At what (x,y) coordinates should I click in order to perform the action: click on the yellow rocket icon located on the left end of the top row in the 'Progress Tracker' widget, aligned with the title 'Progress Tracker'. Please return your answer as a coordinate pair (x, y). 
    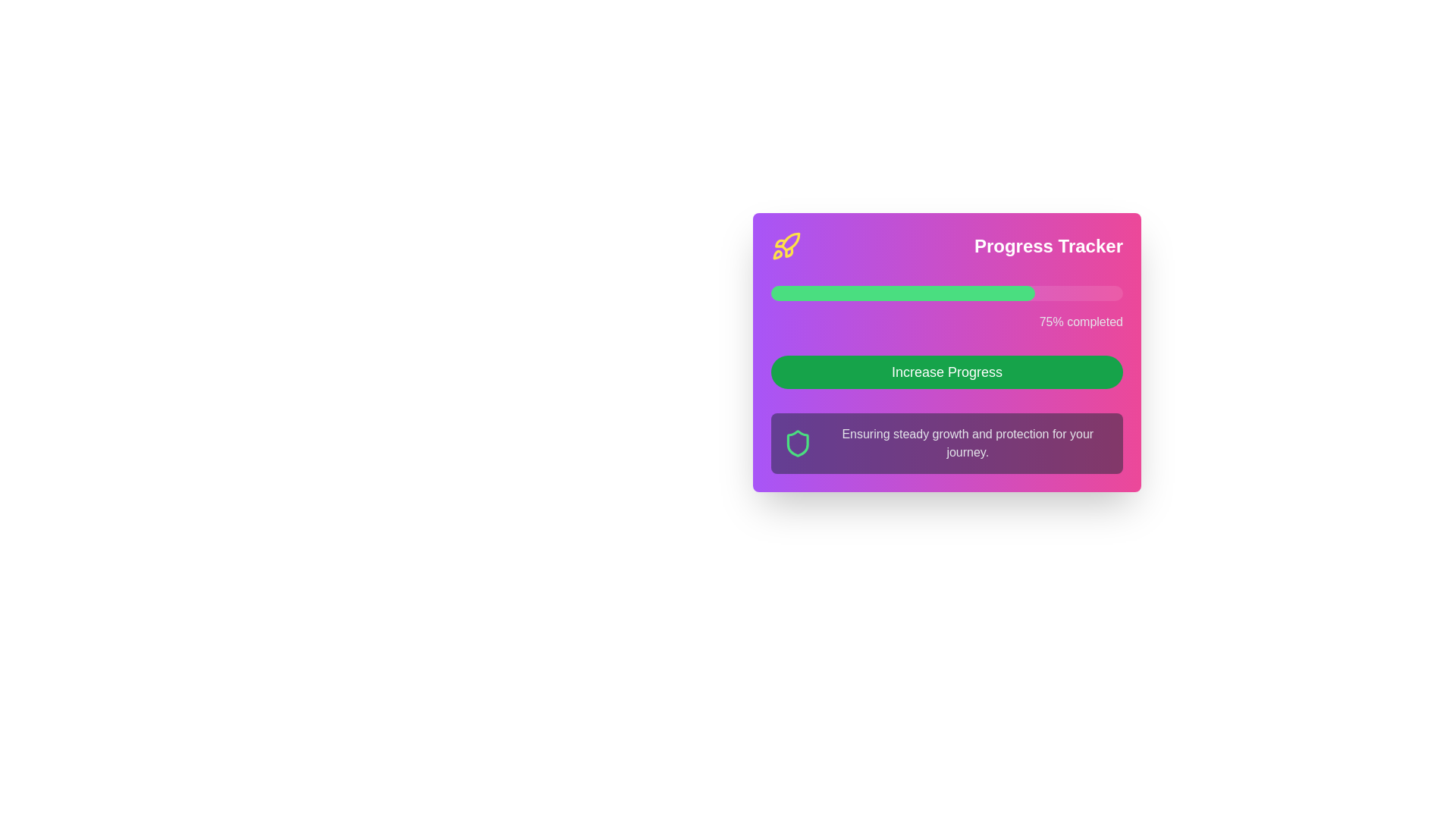
    Looking at the image, I should click on (786, 245).